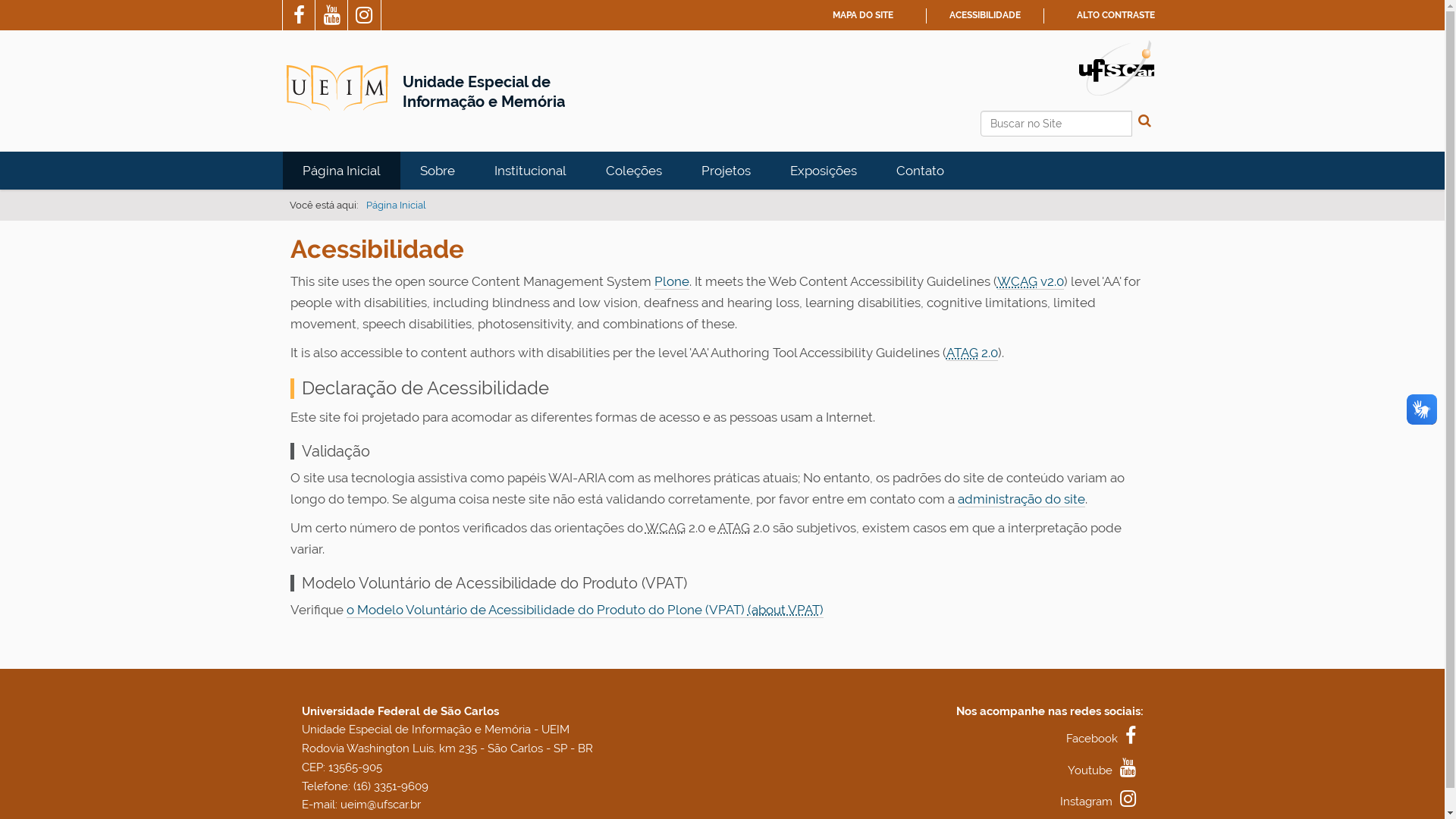  Describe the element at coordinates (1055, 122) in the screenshot. I see `'Buscar no Site'` at that location.